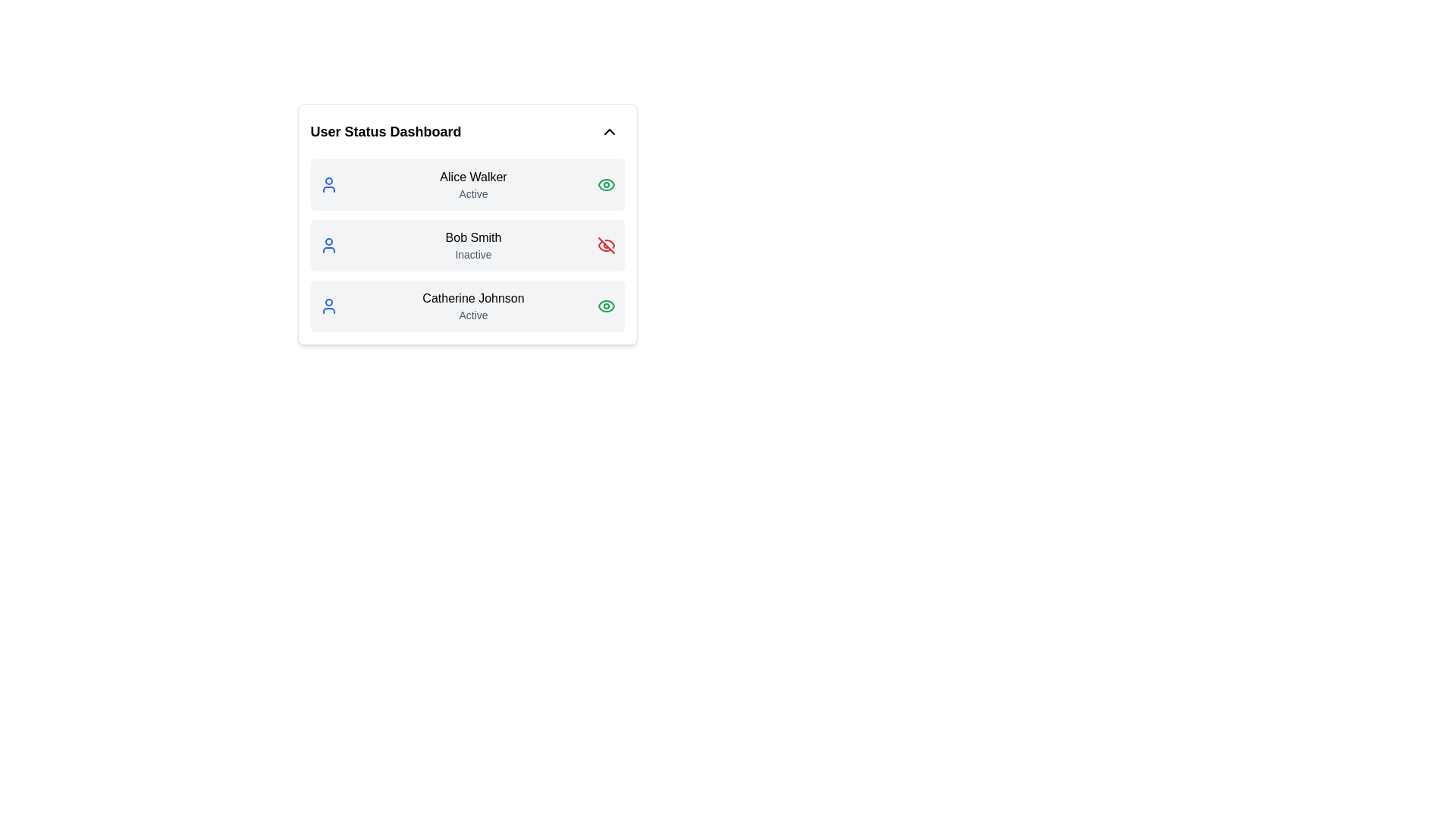 Image resolution: width=1456 pixels, height=819 pixels. I want to click on the static text label displaying the word 'Inactive', which is styled in gray and located beneath the name 'Bob Smith' in the user information card on the User Status Dashboard, so click(472, 253).